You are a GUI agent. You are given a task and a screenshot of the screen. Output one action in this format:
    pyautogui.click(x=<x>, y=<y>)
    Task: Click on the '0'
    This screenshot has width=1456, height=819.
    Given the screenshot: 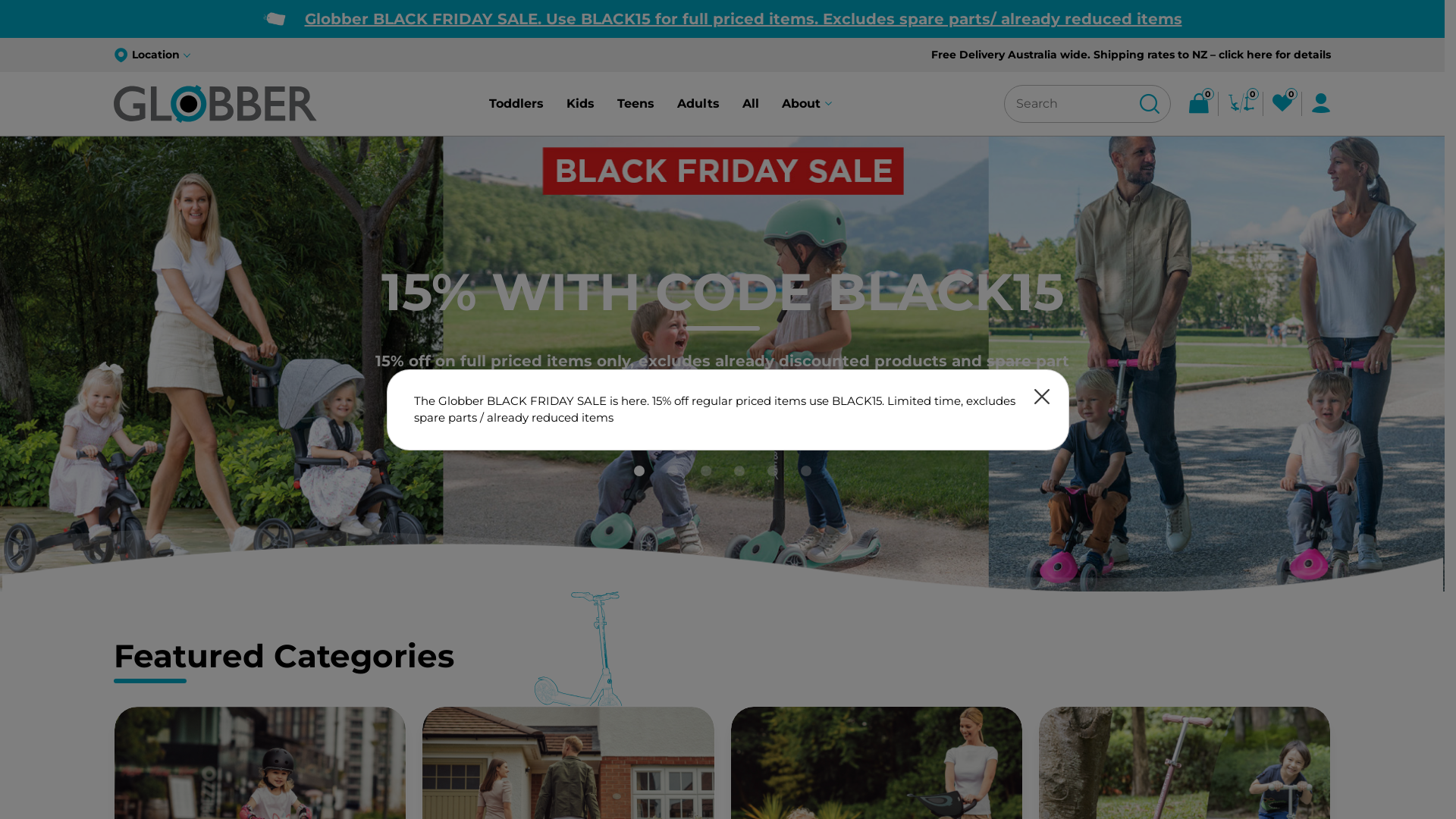 What is the action you would take?
    pyautogui.click(x=1241, y=103)
    